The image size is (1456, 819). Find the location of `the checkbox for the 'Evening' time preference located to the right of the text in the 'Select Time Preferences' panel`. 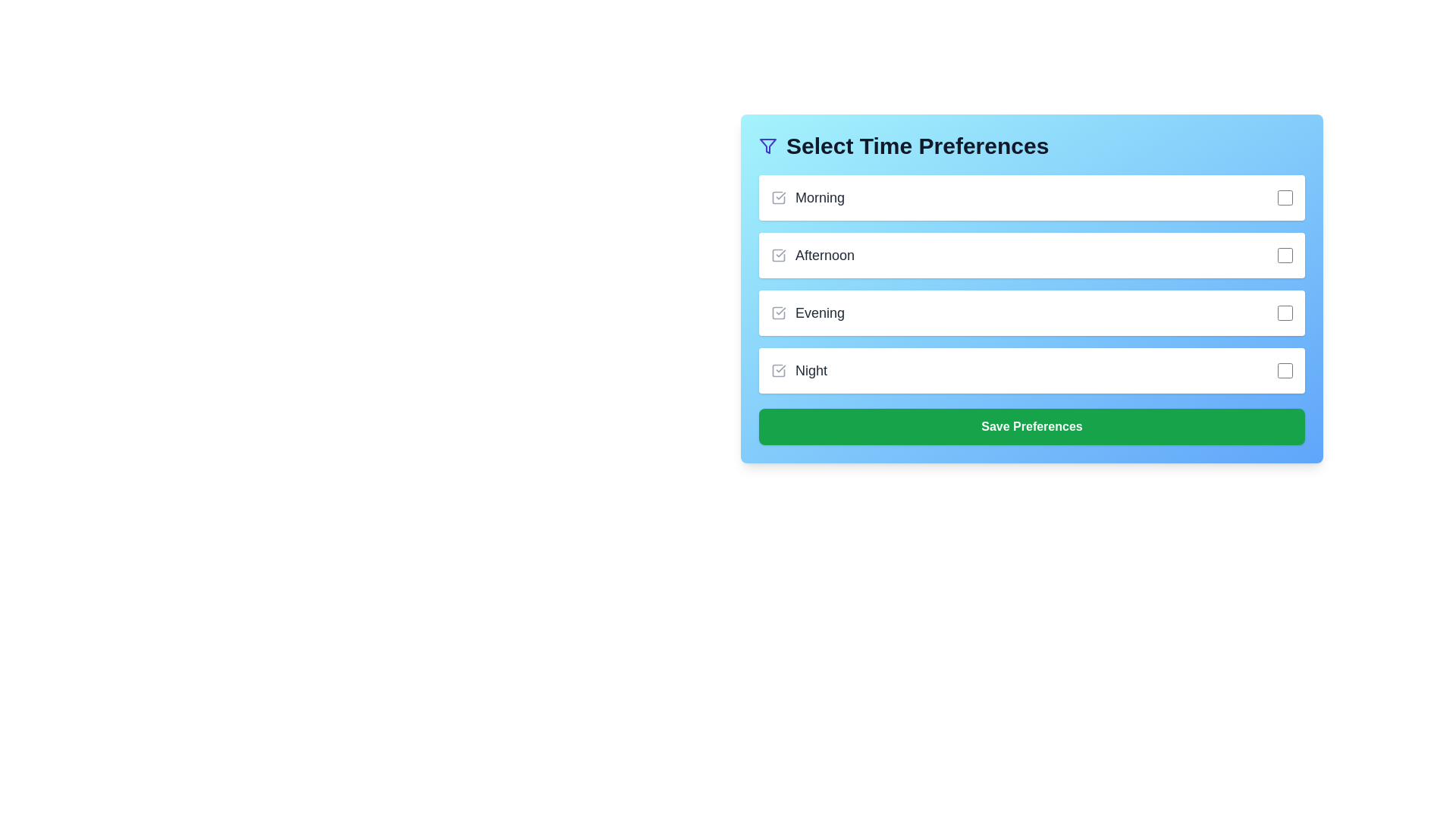

the checkbox for the 'Evening' time preference located to the right of the text in the 'Select Time Preferences' panel is located at coordinates (1284, 312).